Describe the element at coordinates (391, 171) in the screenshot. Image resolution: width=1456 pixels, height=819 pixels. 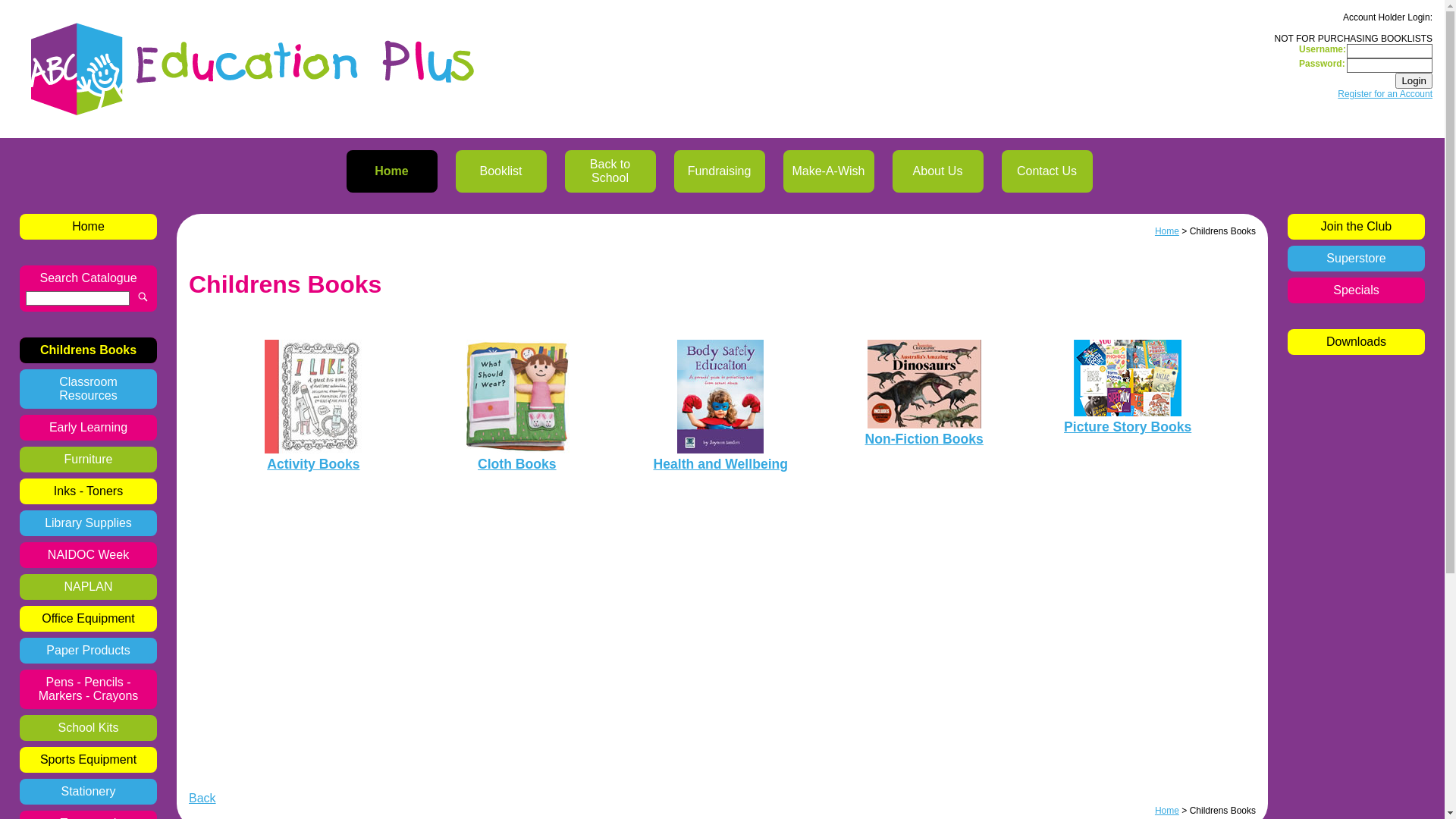
I see `'Home'` at that location.